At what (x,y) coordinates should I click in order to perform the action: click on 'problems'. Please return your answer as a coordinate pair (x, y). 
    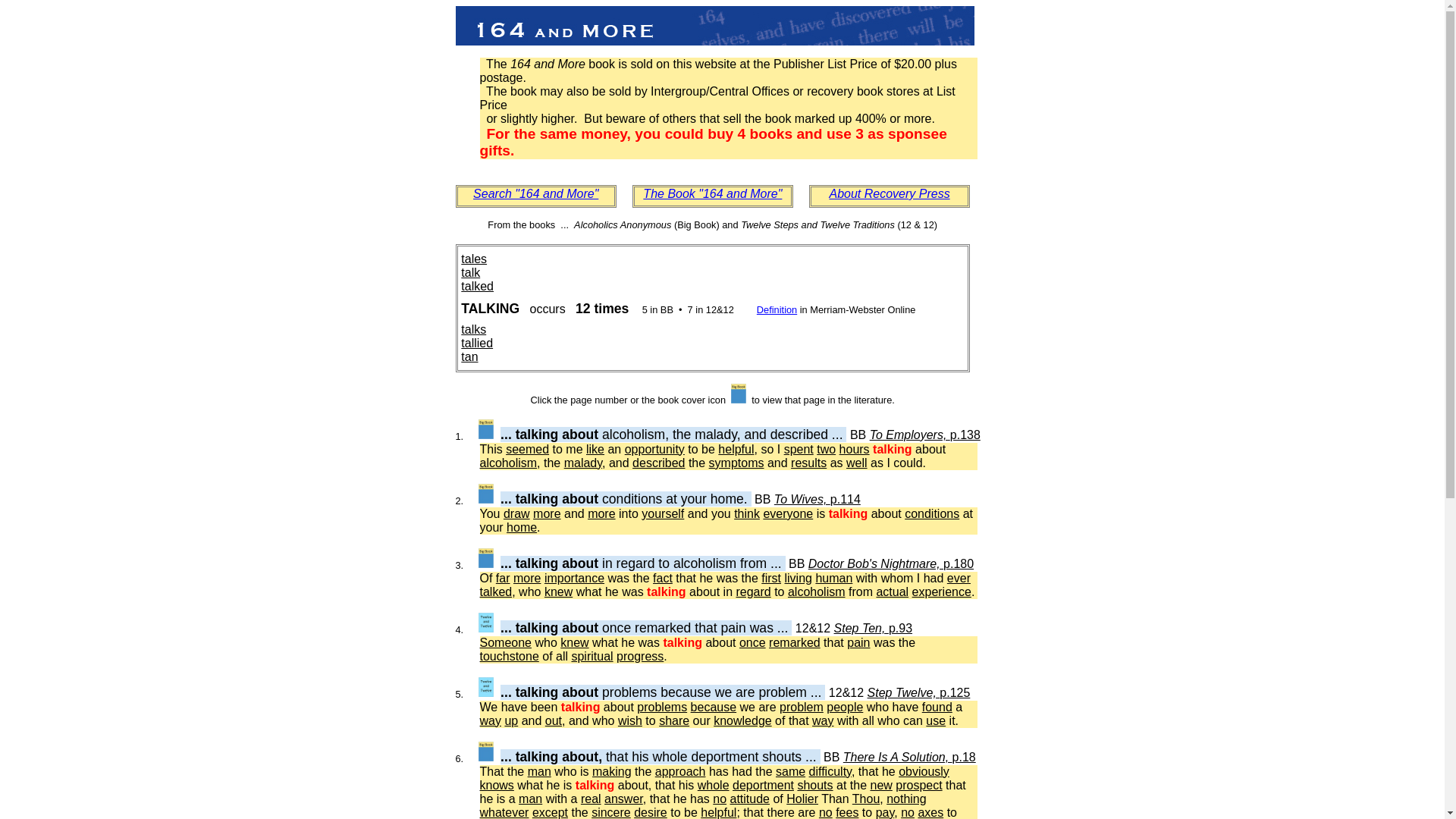
    Looking at the image, I should click on (662, 707).